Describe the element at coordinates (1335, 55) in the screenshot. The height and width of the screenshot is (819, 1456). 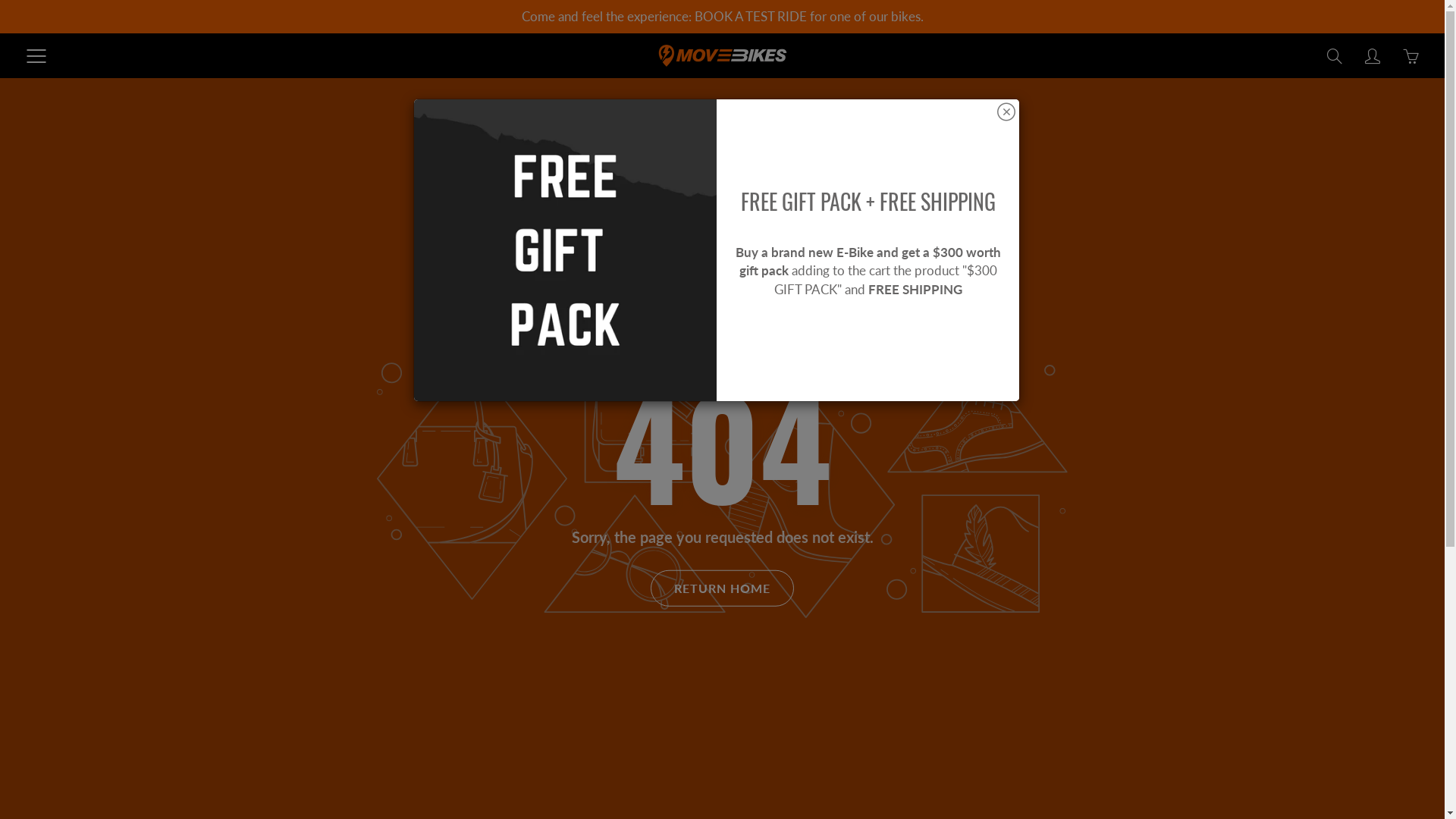
I see `'Search'` at that location.